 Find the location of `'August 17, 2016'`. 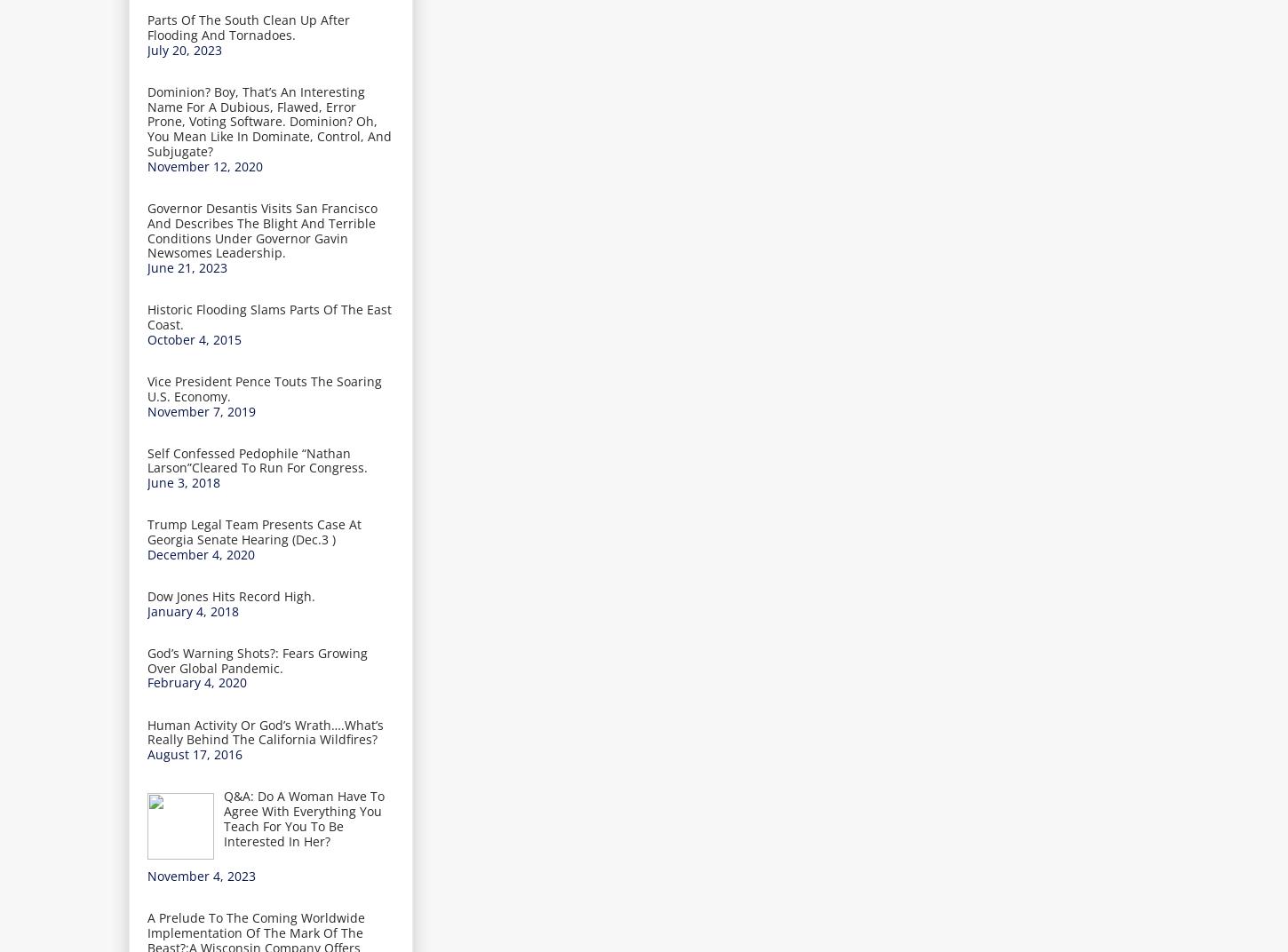

'August 17, 2016' is located at coordinates (194, 753).